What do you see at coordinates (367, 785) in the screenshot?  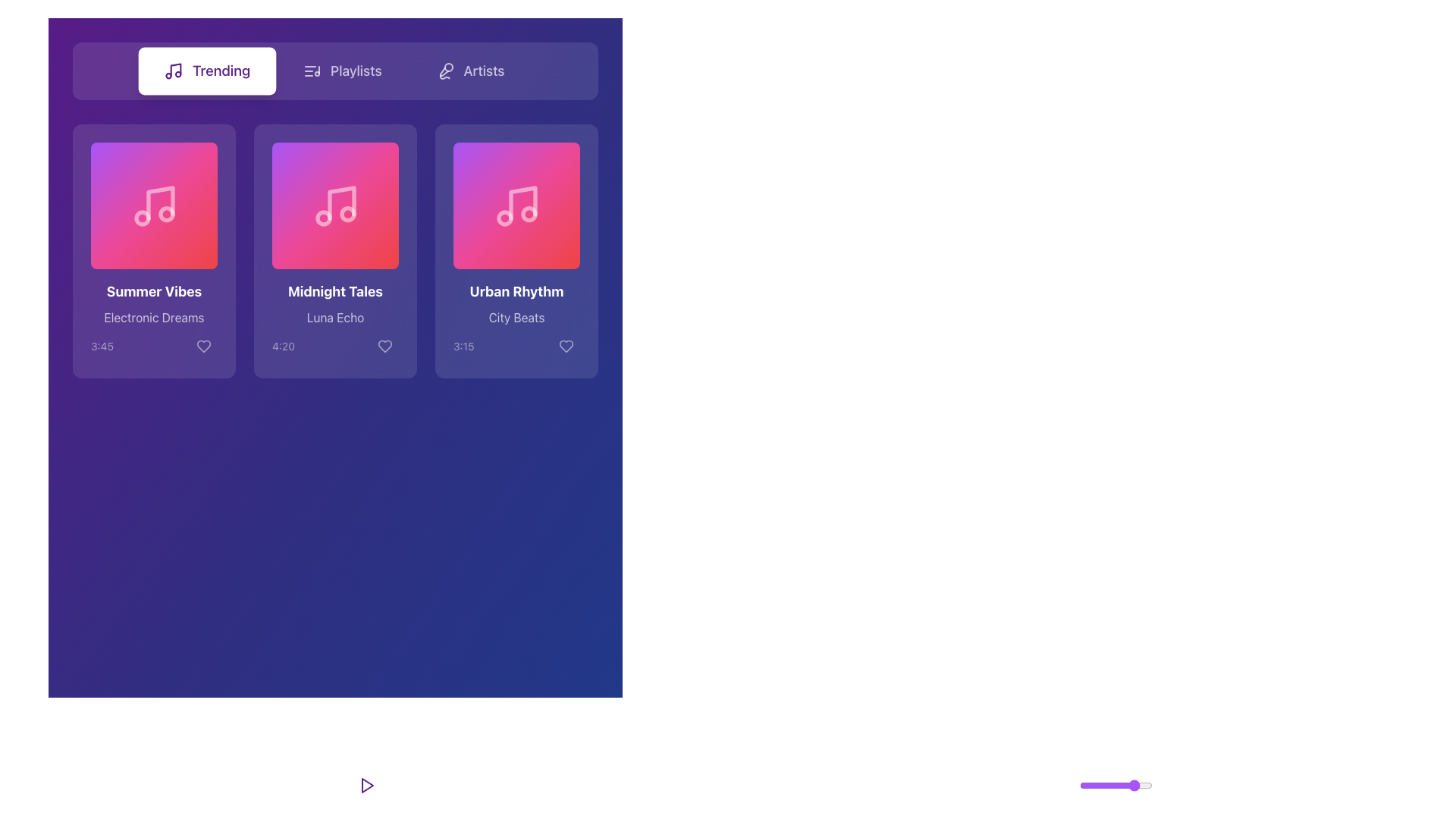 I see `the circular button with a purple border and play icon in the center` at bounding box center [367, 785].